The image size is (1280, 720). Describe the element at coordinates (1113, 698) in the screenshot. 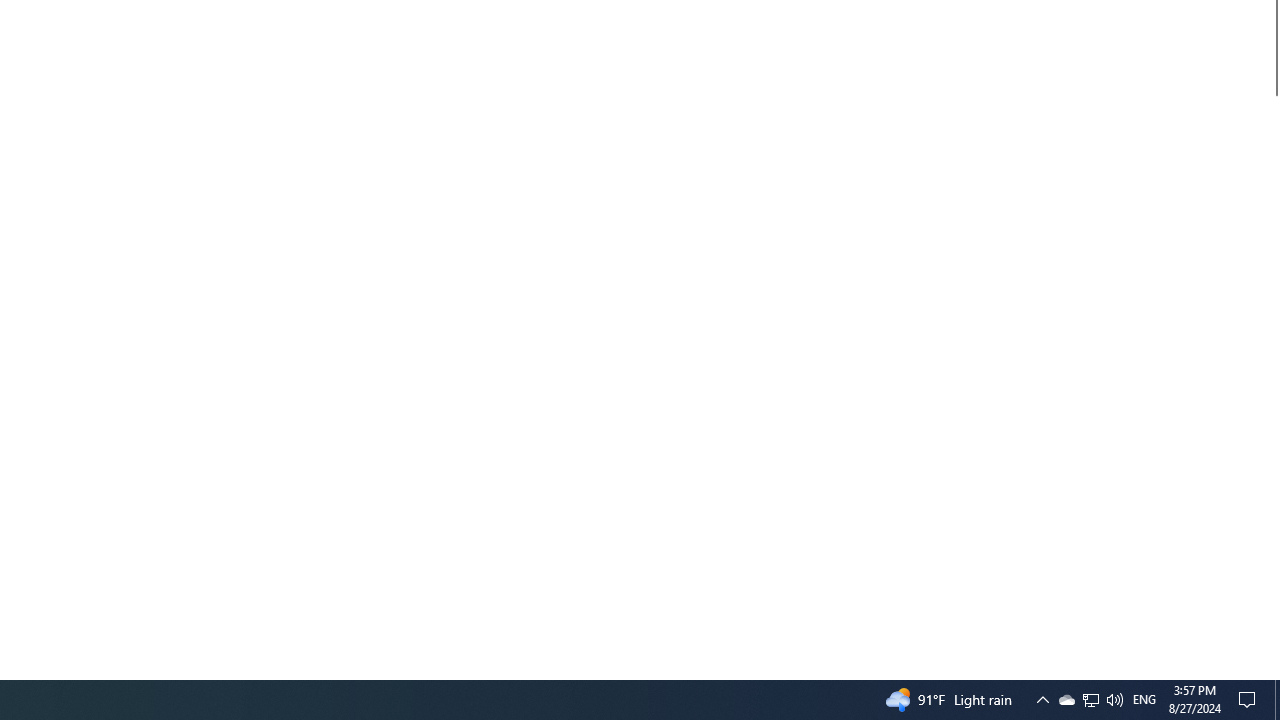

I see `'Tray Input Indicator - English (United States)'` at that location.